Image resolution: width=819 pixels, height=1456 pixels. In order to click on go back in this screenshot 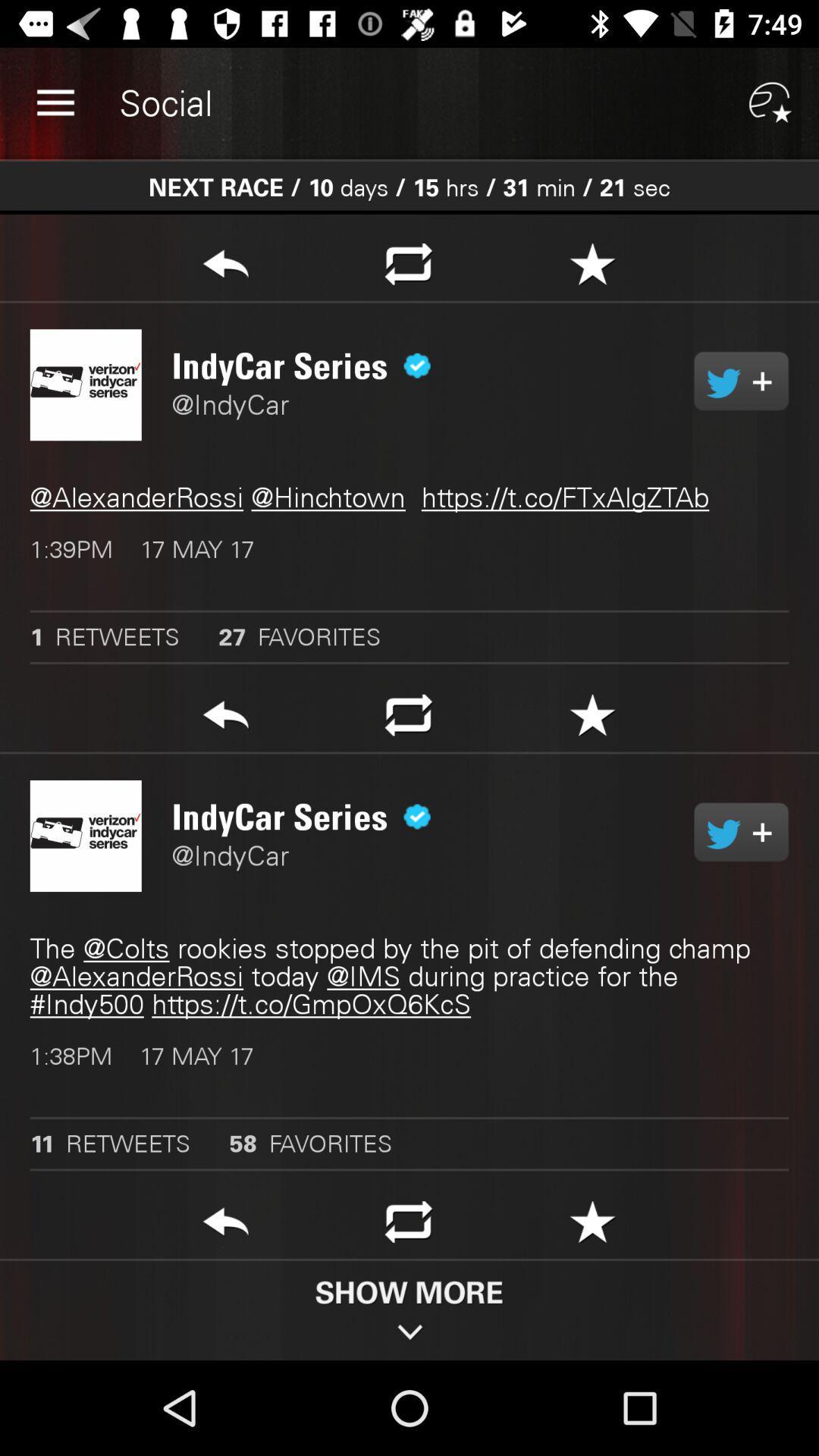, I will do `click(225, 719)`.